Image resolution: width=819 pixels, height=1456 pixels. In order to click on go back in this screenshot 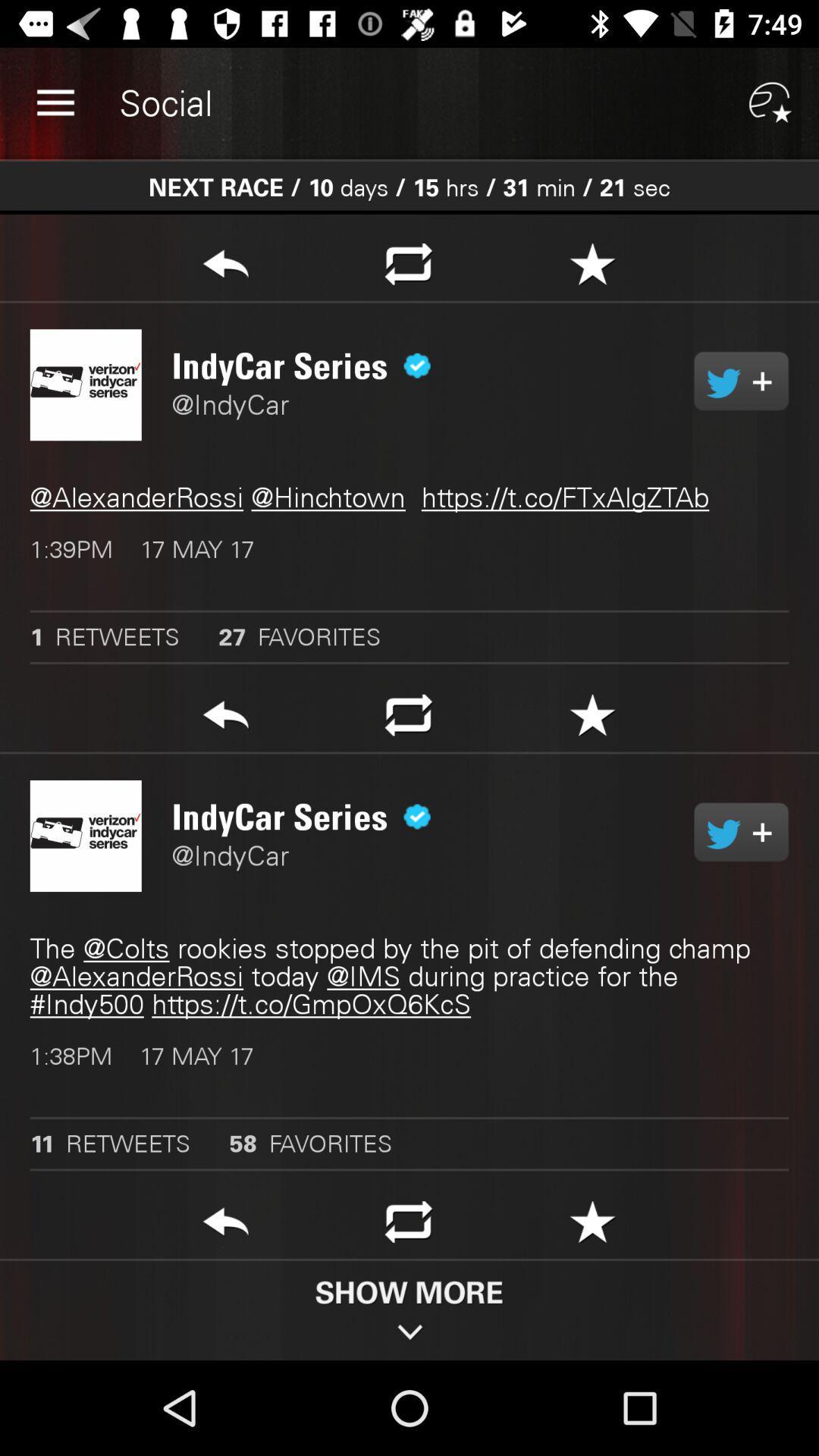, I will do `click(225, 719)`.